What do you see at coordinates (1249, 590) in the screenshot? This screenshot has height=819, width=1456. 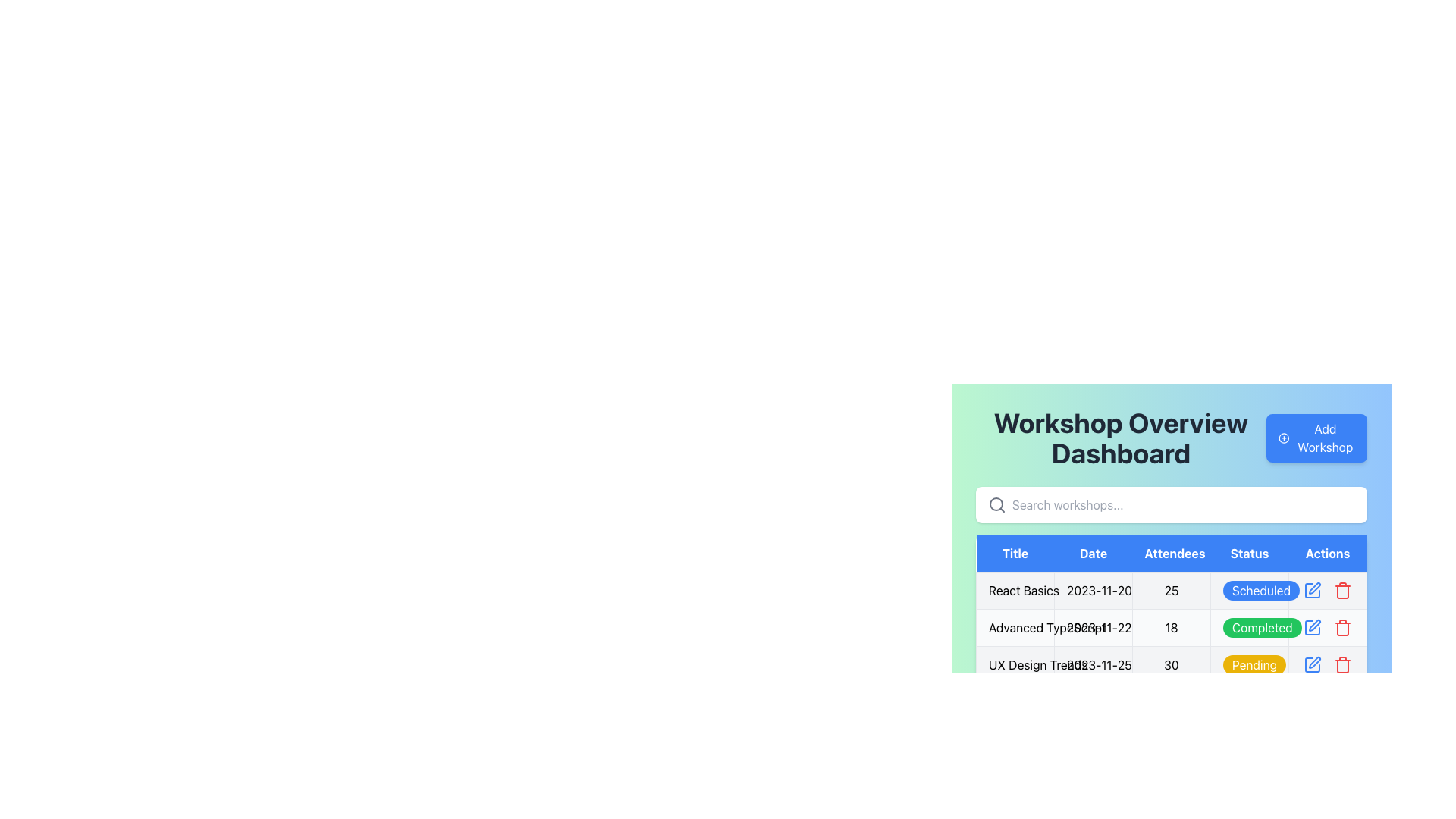 I see `the pill-shaped button labeled 'Scheduled' in the 'Status' column of the first row in the 'Workshop Overview Dashboard'` at bounding box center [1249, 590].